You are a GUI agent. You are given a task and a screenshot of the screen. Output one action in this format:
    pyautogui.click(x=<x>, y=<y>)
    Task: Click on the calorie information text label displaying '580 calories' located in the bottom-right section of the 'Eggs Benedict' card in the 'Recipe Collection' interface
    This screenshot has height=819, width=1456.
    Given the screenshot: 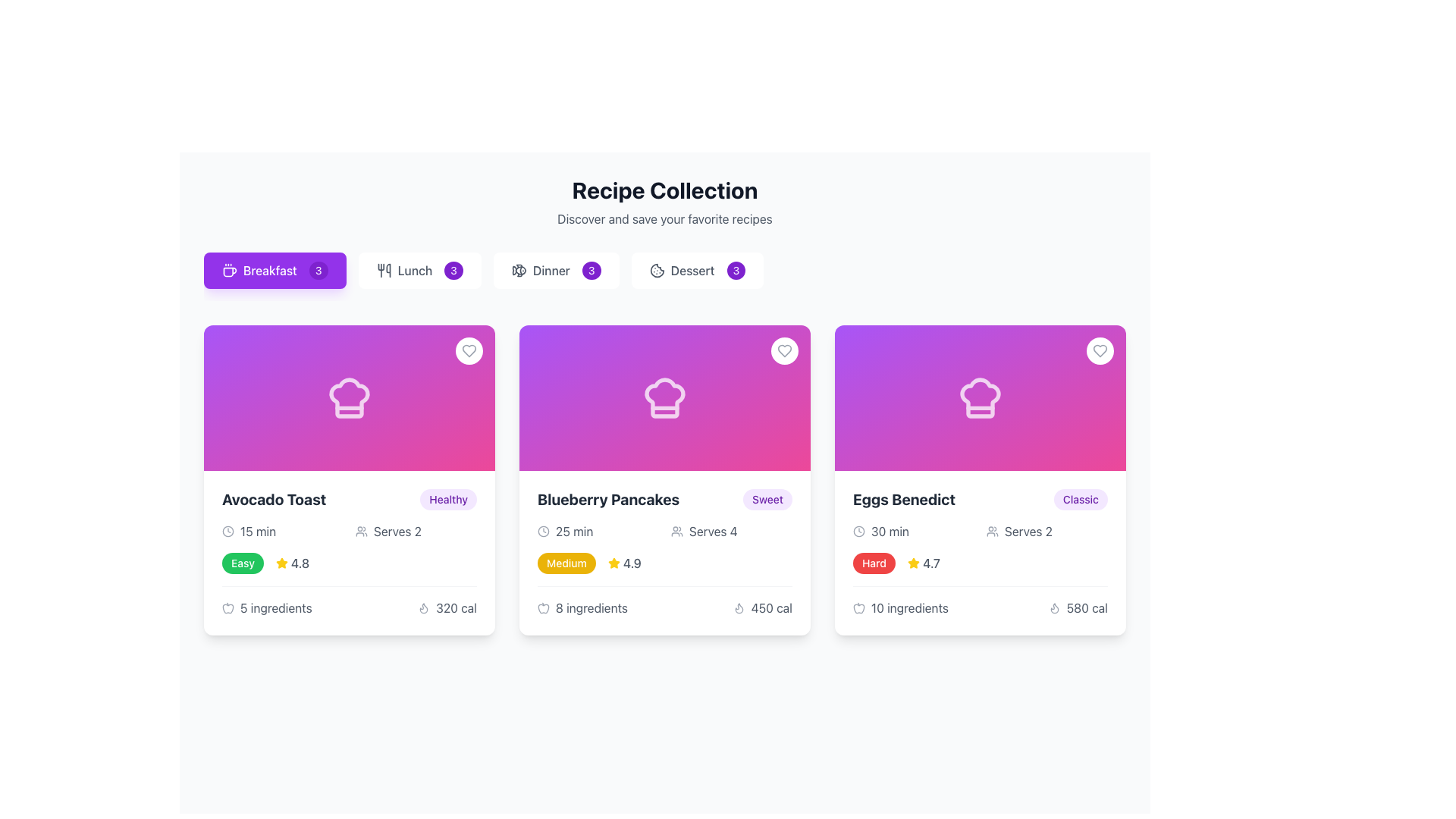 What is the action you would take?
    pyautogui.click(x=1086, y=607)
    